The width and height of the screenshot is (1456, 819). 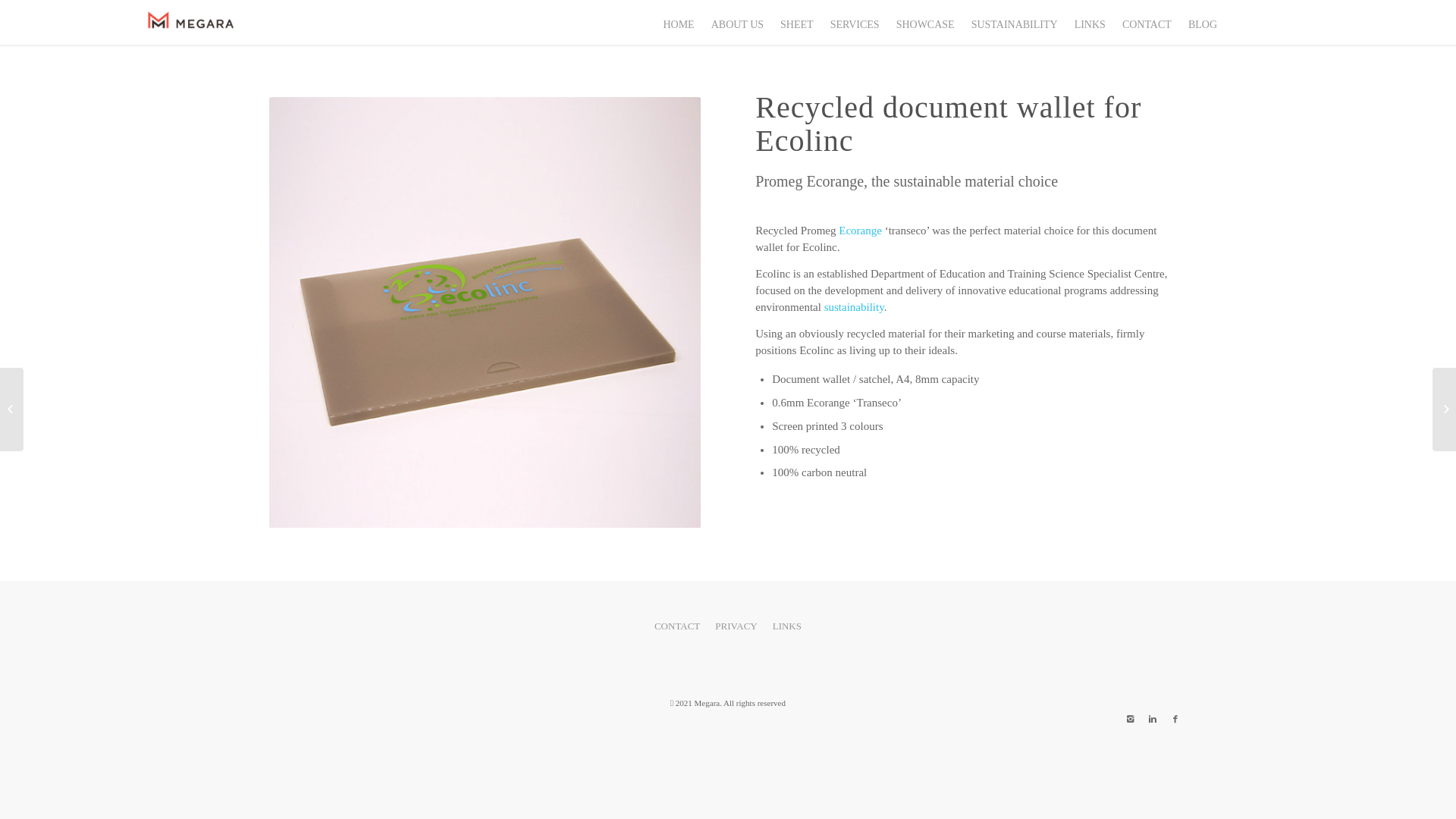 I want to click on 'PRIVACY', so click(x=706, y=626).